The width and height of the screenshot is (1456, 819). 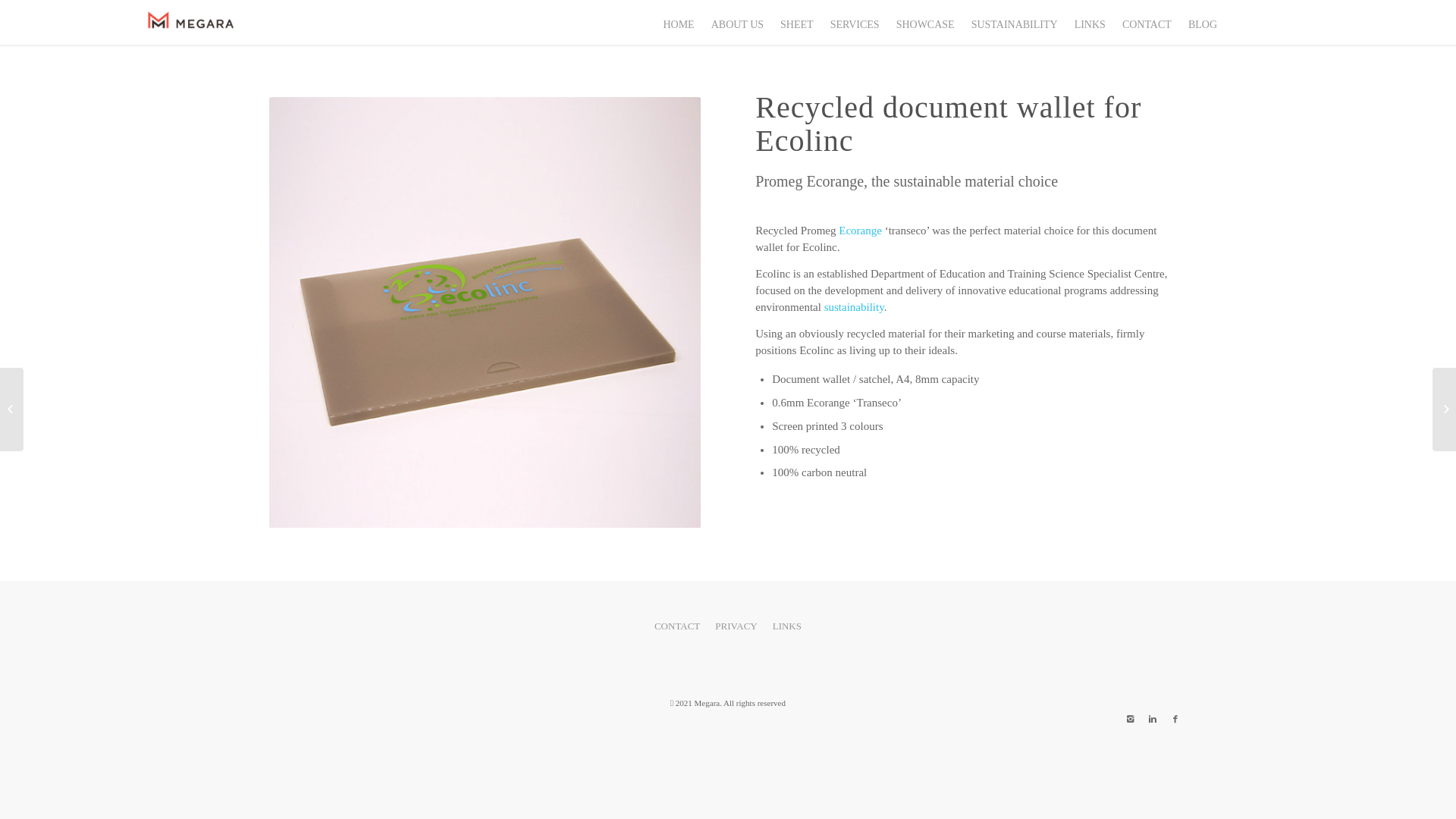 I want to click on 'PRIVACY', so click(x=706, y=626).